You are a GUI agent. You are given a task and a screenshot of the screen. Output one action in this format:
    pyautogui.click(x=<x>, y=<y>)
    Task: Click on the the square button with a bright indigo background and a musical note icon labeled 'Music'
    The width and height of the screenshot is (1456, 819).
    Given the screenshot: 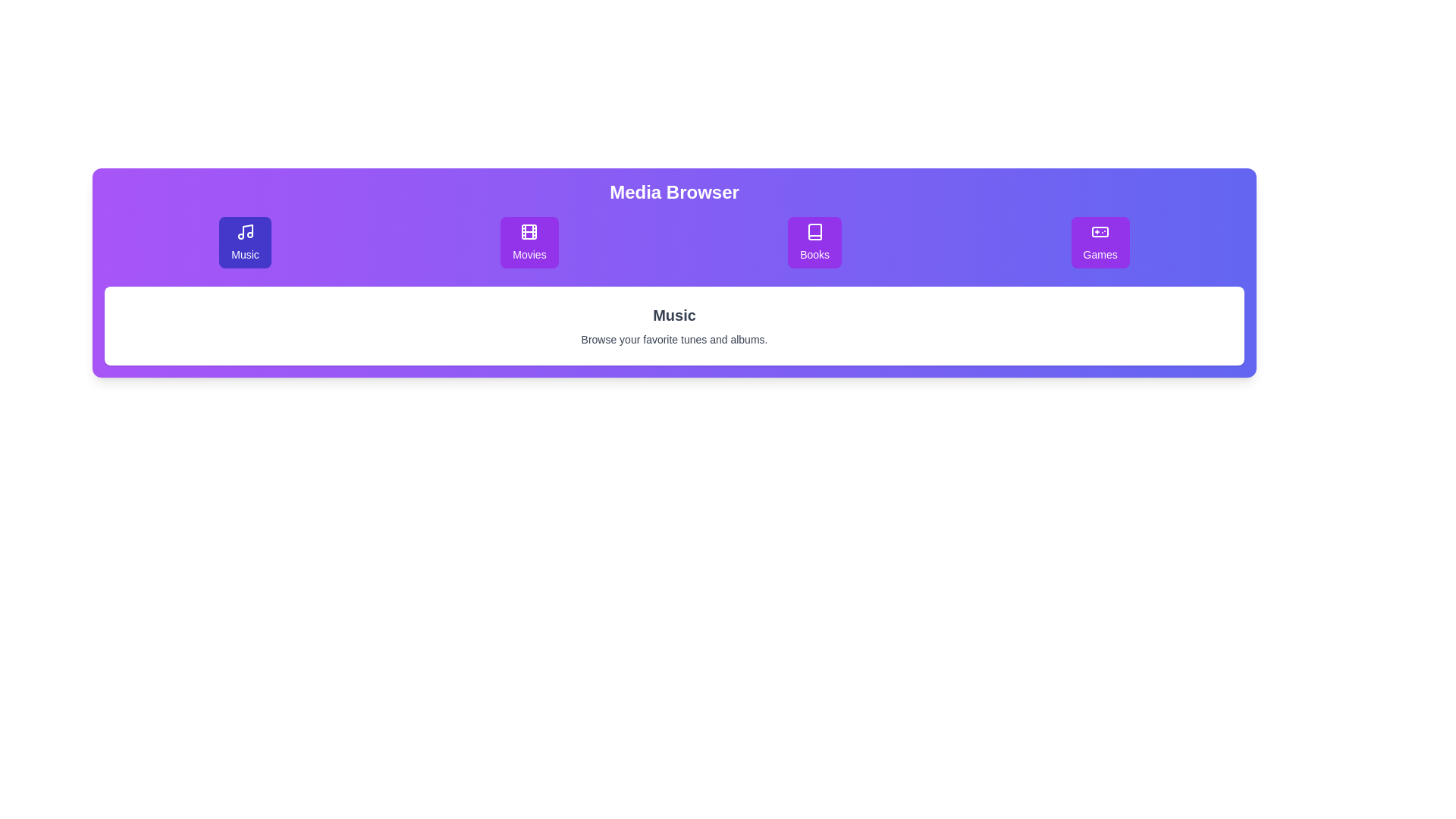 What is the action you would take?
    pyautogui.click(x=245, y=242)
    